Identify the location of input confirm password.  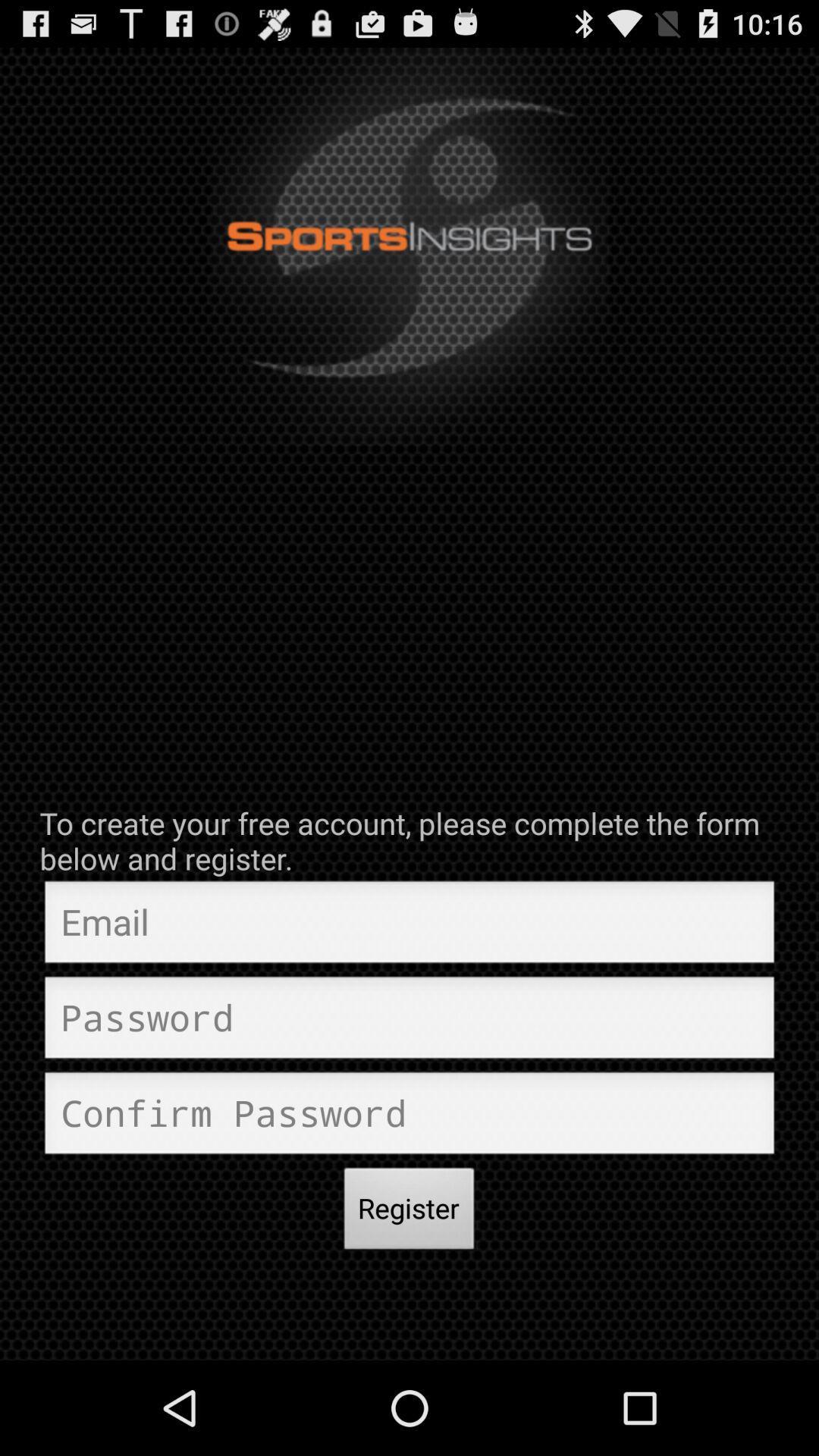
(409, 1117).